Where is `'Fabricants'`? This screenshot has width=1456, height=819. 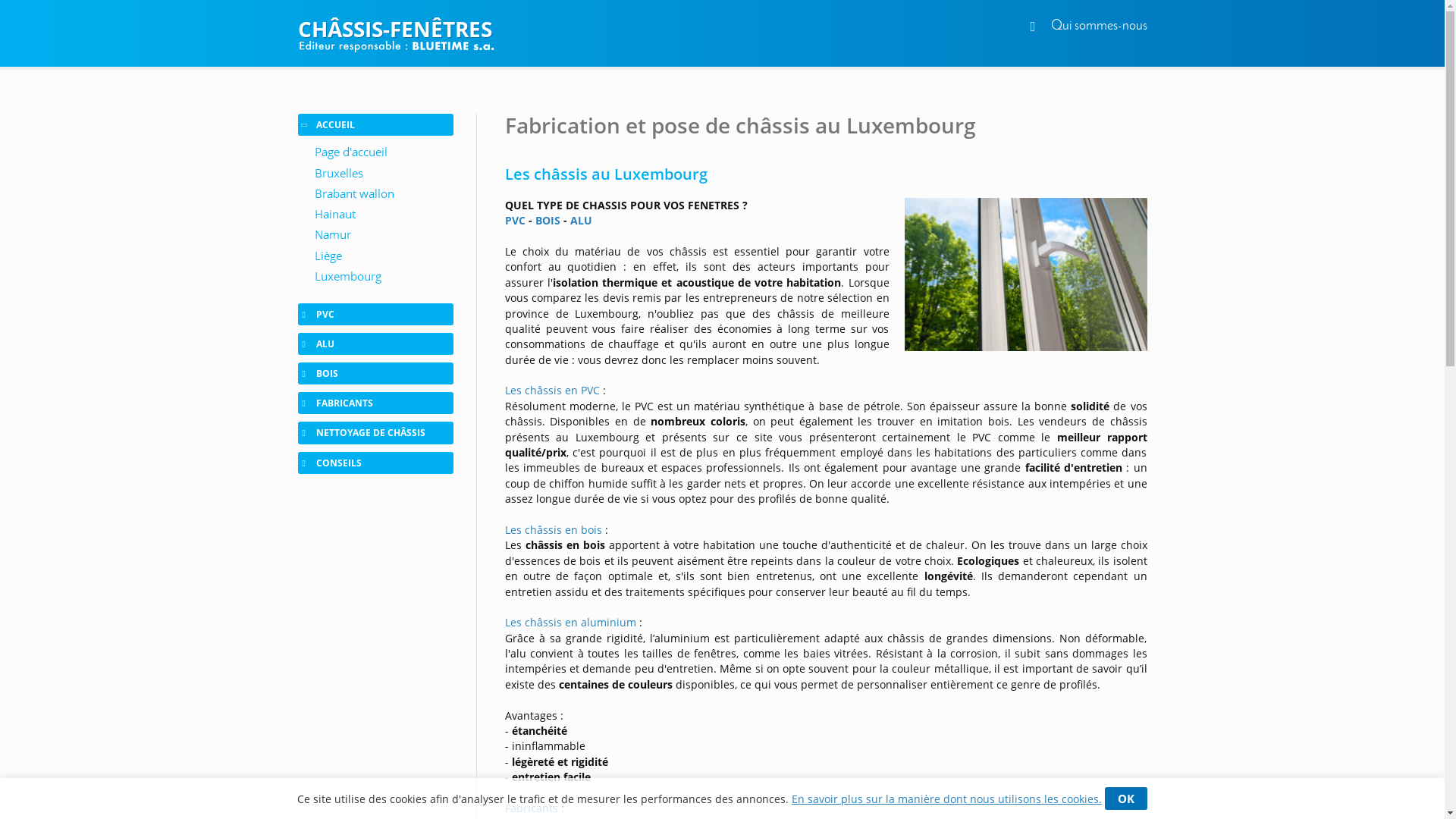
'Fabricants' is located at coordinates (531, 807).